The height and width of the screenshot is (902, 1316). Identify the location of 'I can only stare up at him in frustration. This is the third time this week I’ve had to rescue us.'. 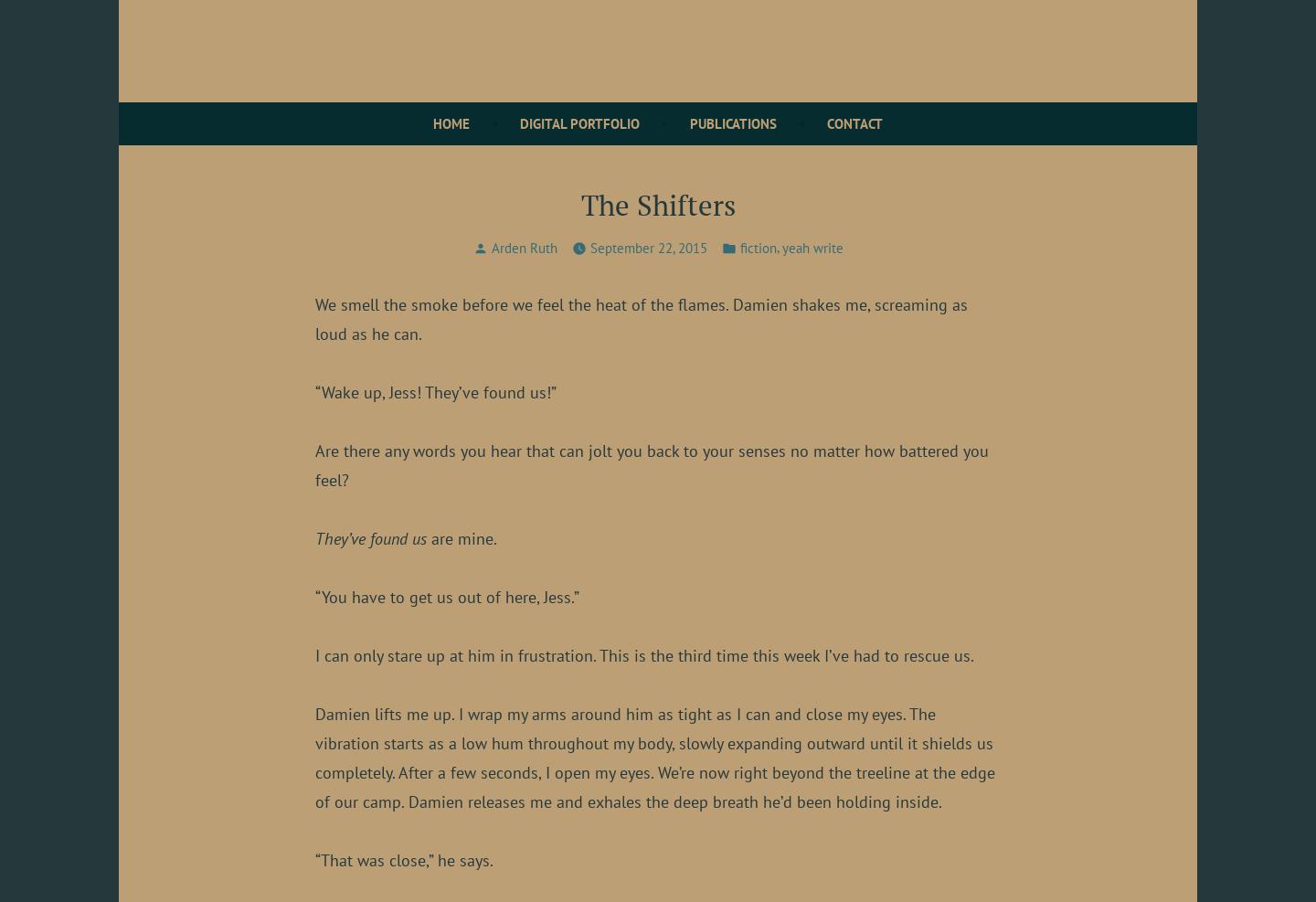
(644, 653).